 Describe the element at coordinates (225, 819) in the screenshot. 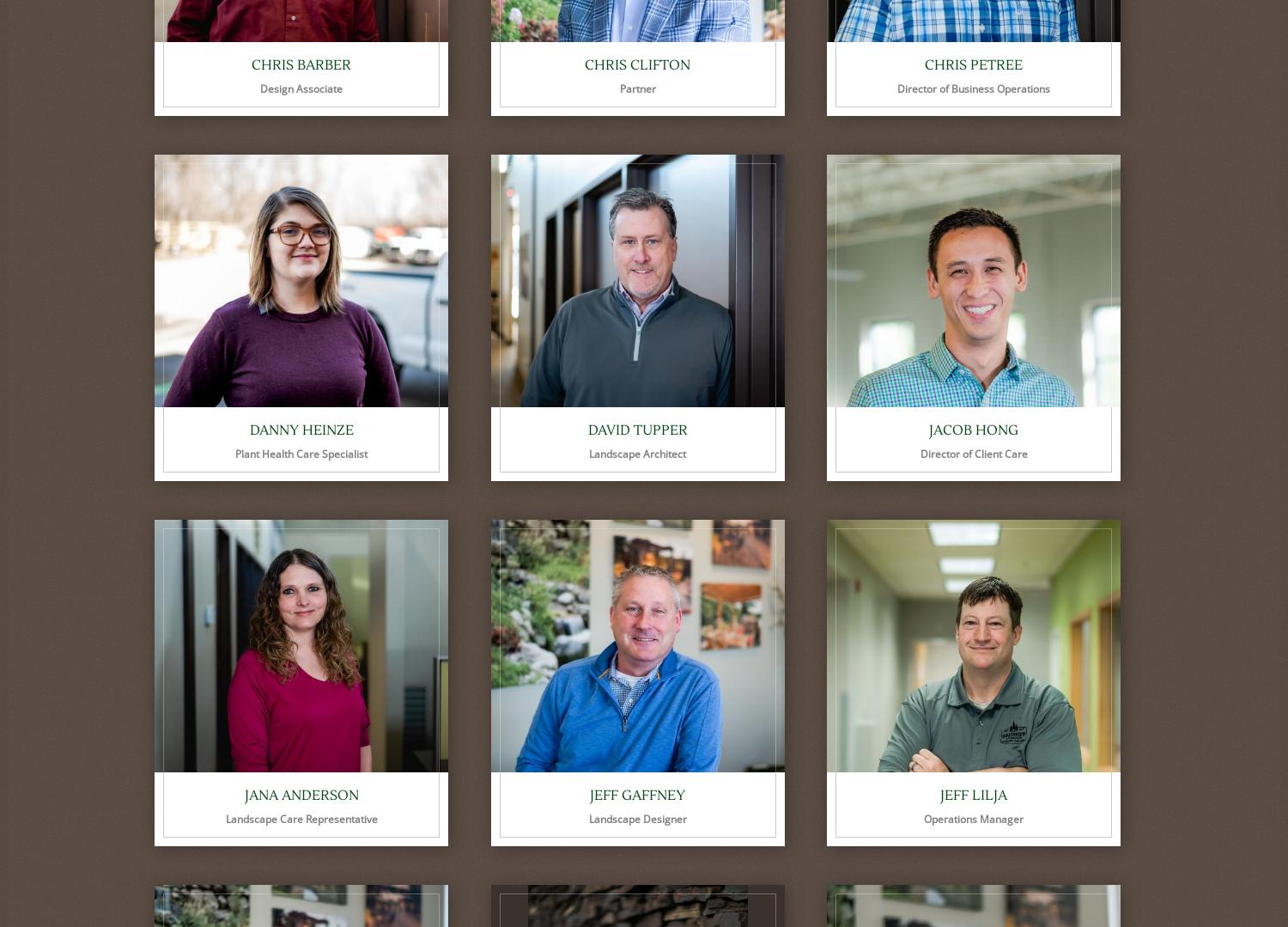

I see `'Landscape Care Representative'` at that location.